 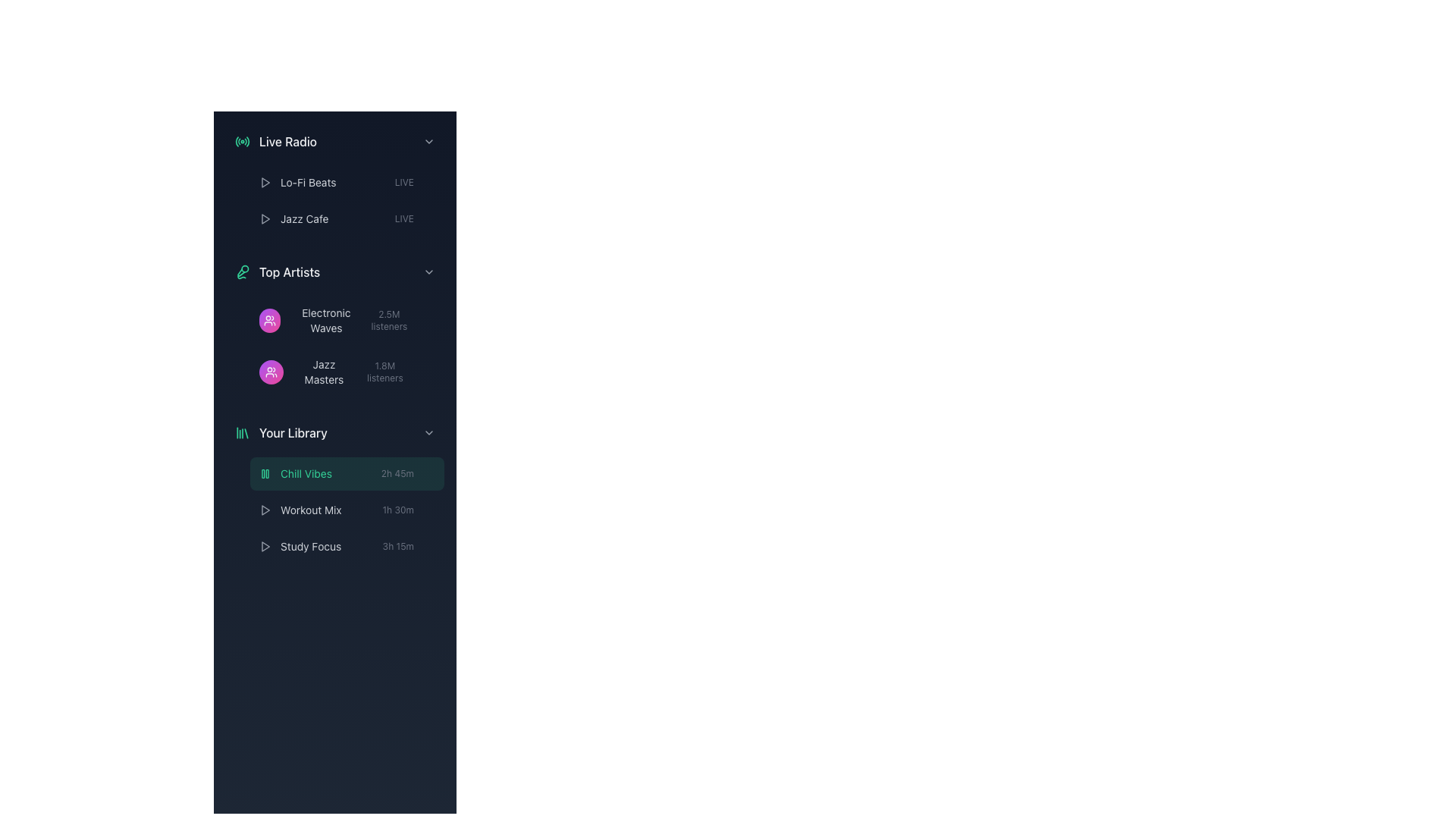 I want to click on the ListItem representing the available live radio channels in the 'Live Radio' section for interaction, so click(x=334, y=200).